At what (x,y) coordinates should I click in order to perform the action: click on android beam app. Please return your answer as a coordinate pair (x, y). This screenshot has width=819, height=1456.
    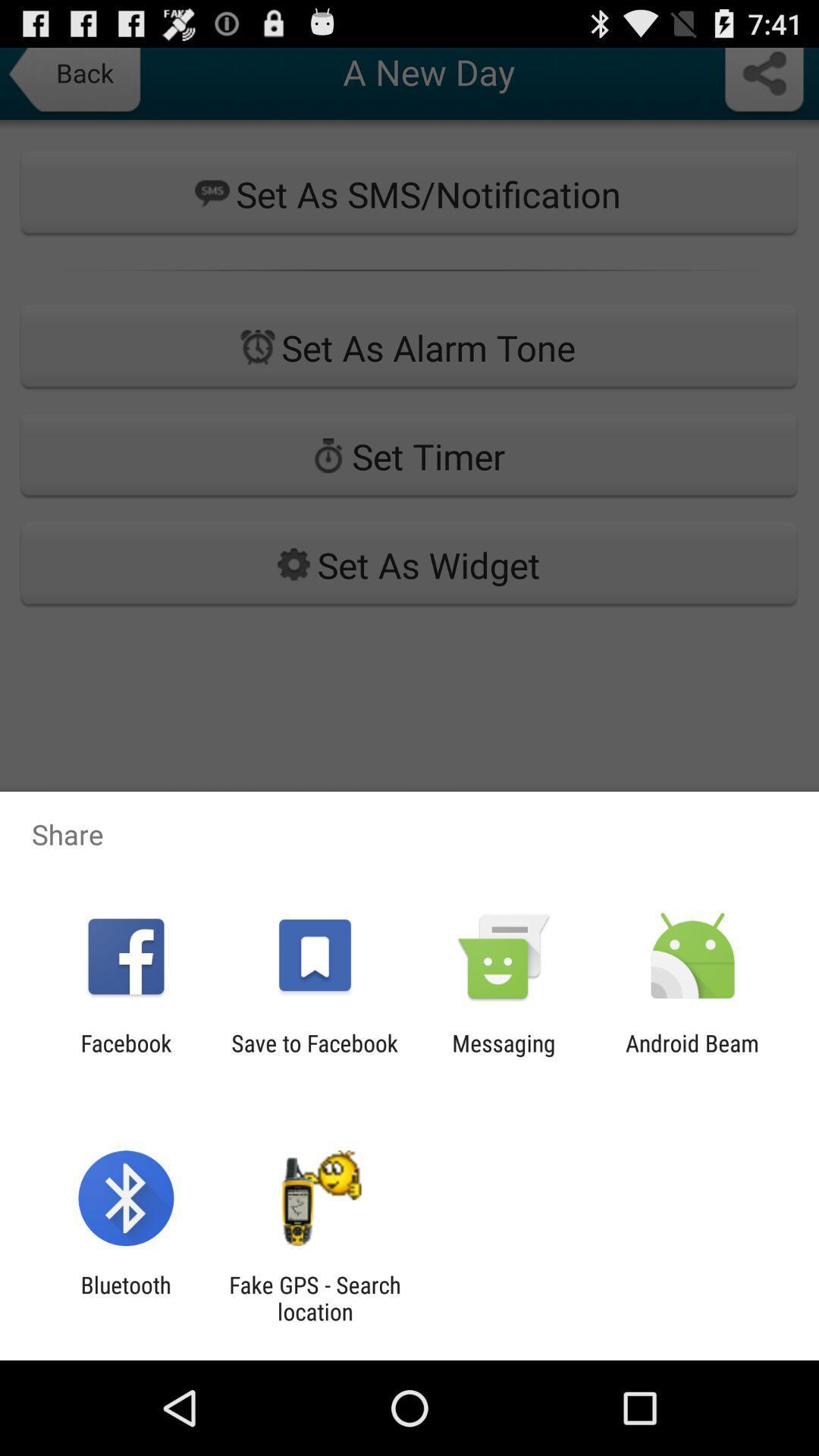
    Looking at the image, I should click on (692, 1056).